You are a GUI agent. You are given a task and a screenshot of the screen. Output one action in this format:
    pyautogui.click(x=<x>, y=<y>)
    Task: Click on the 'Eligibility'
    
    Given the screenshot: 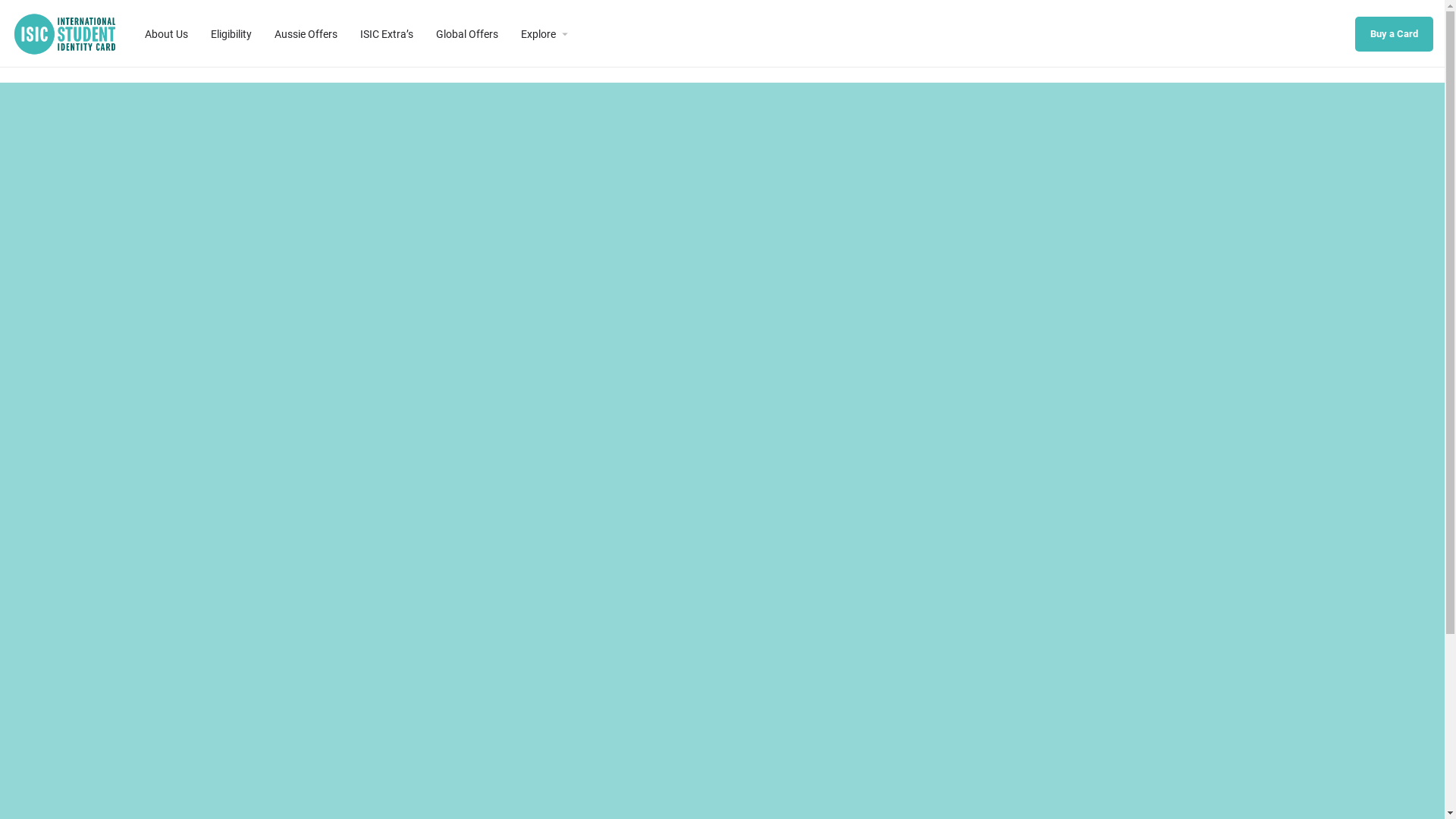 What is the action you would take?
    pyautogui.click(x=231, y=33)
    